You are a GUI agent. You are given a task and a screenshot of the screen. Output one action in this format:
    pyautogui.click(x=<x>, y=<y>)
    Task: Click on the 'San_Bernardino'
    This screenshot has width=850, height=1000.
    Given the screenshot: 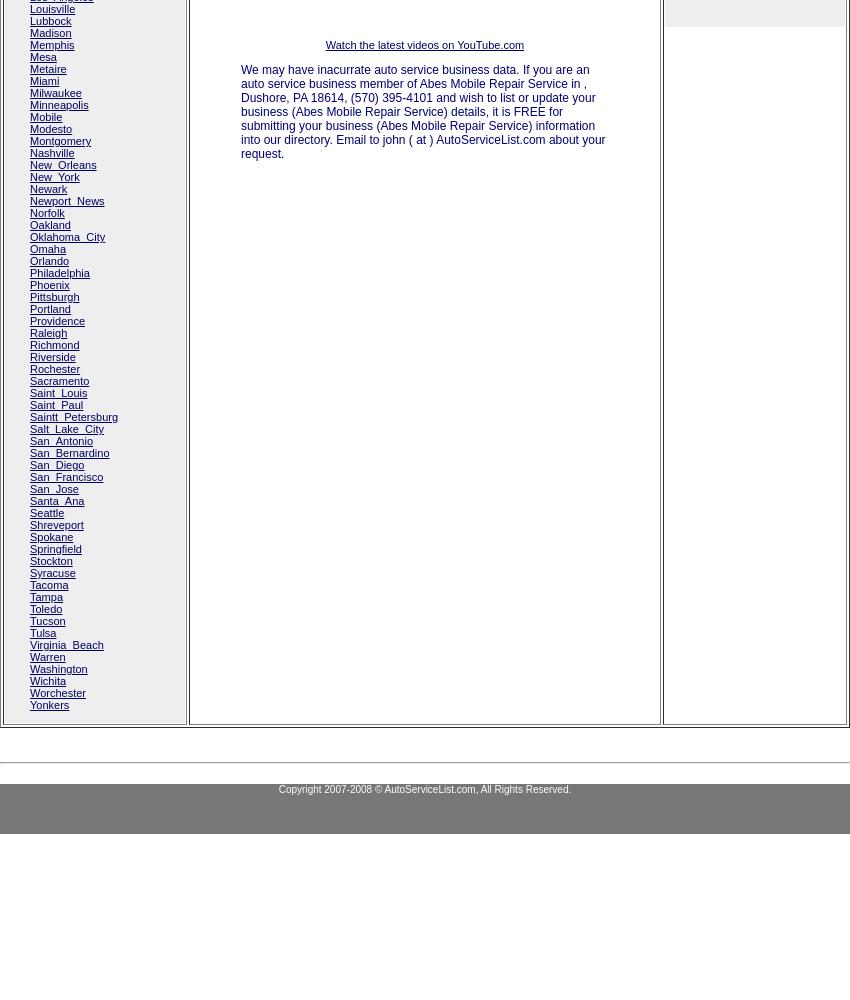 What is the action you would take?
    pyautogui.click(x=69, y=452)
    